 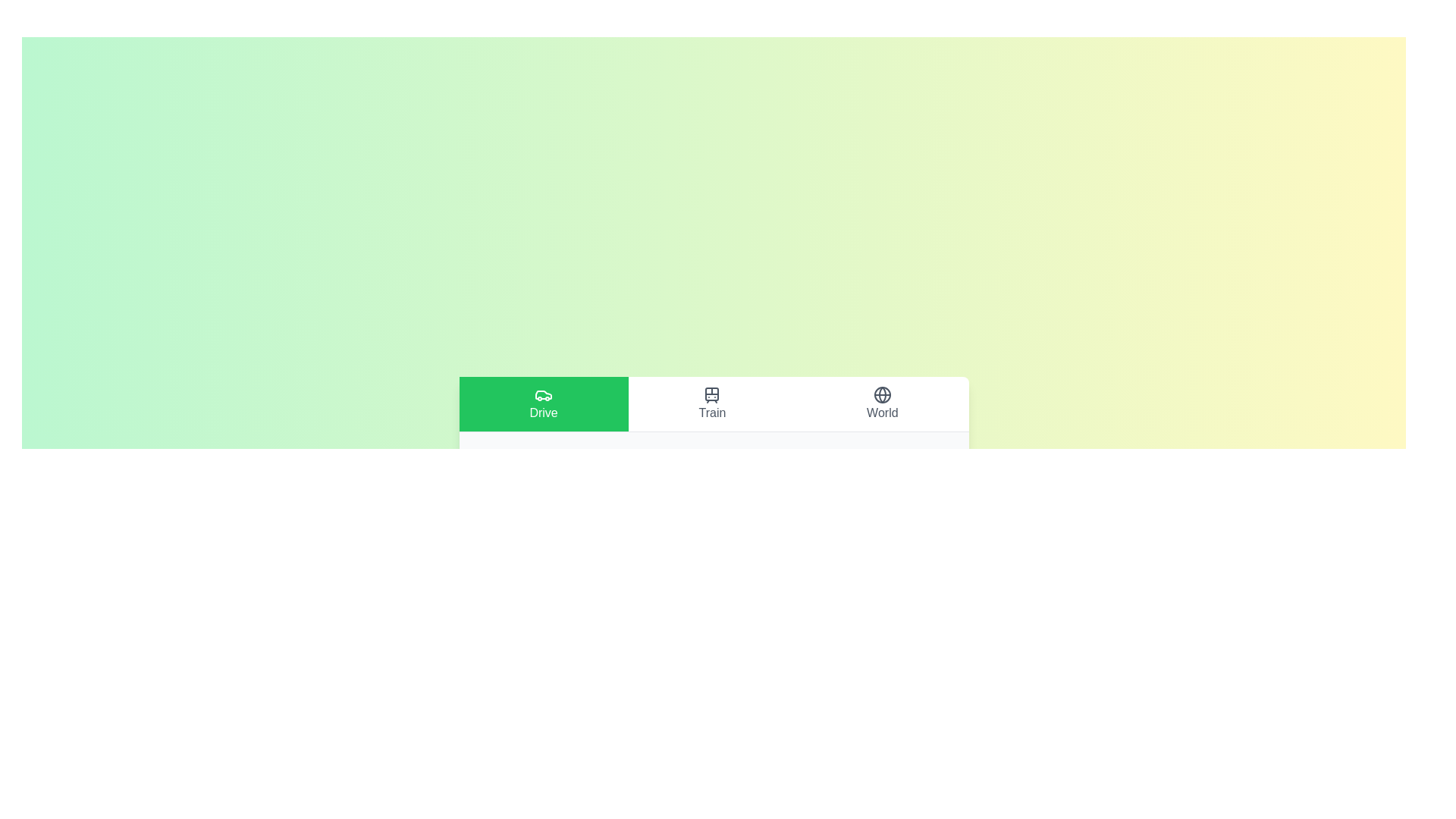 I want to click on the Train tab by clicking on its area, so click(x=711, y=403).